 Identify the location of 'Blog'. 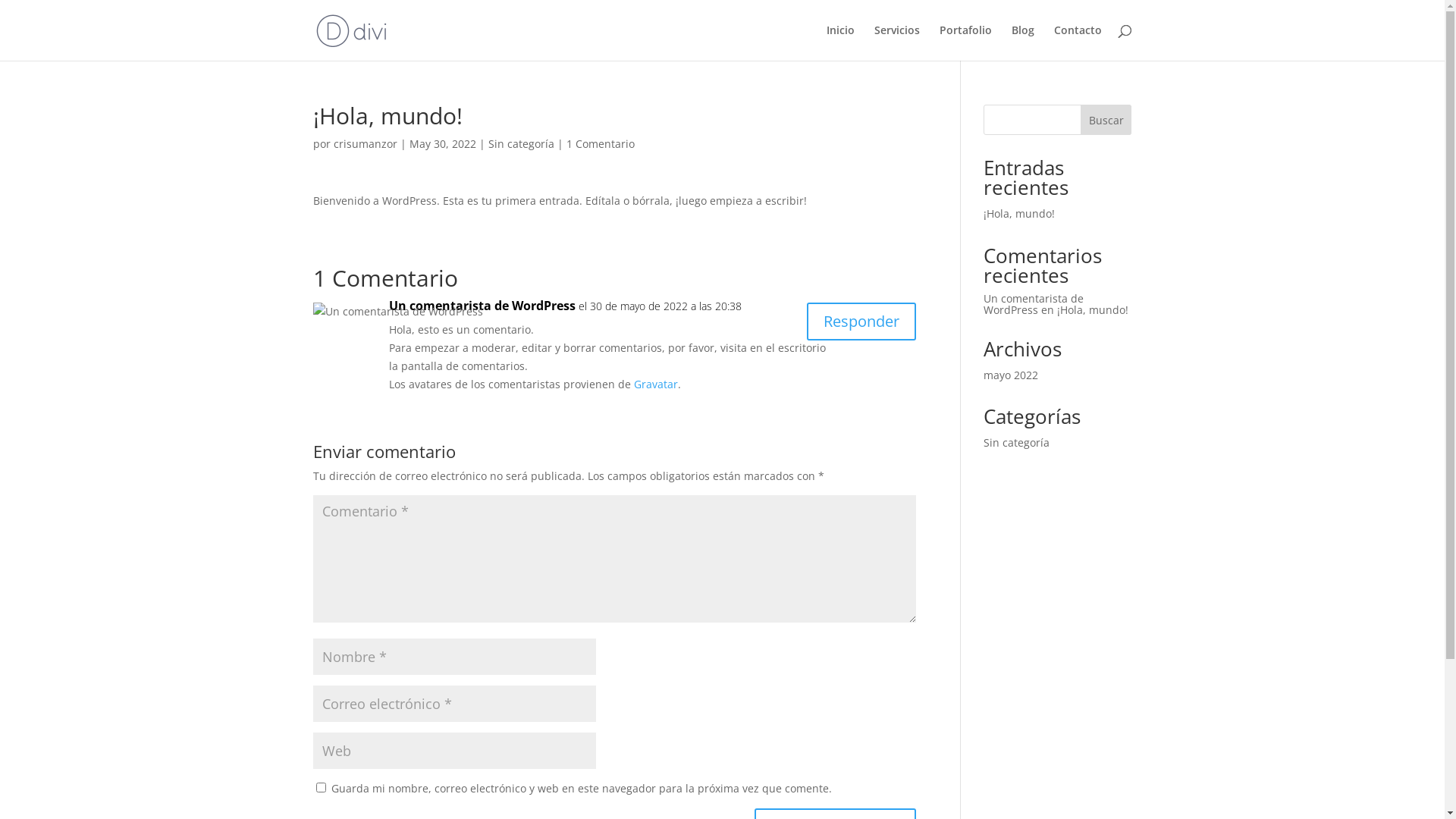
(1012, 42).